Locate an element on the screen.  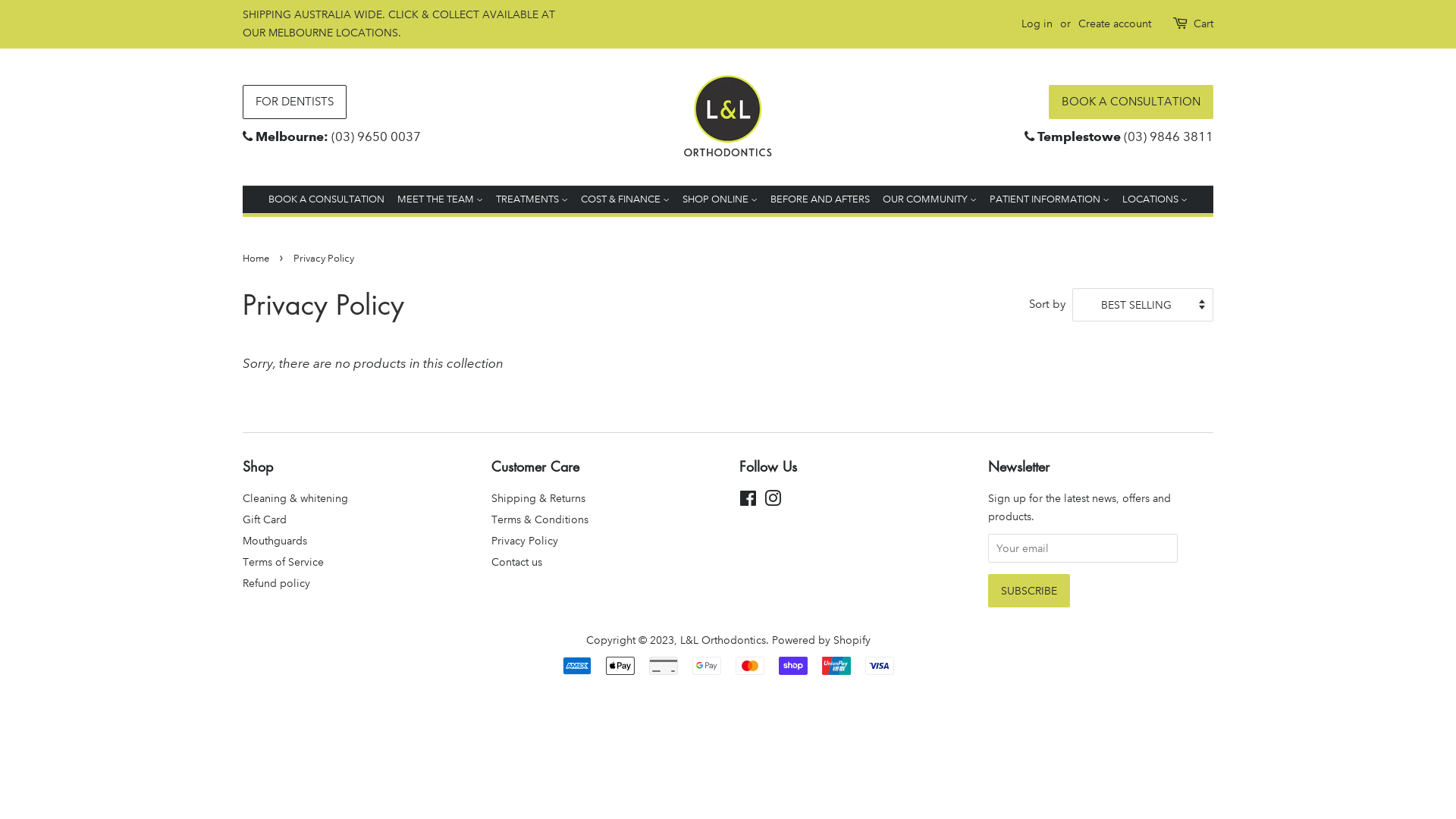
'Mouthguards' is located at coordinates (275, 540).